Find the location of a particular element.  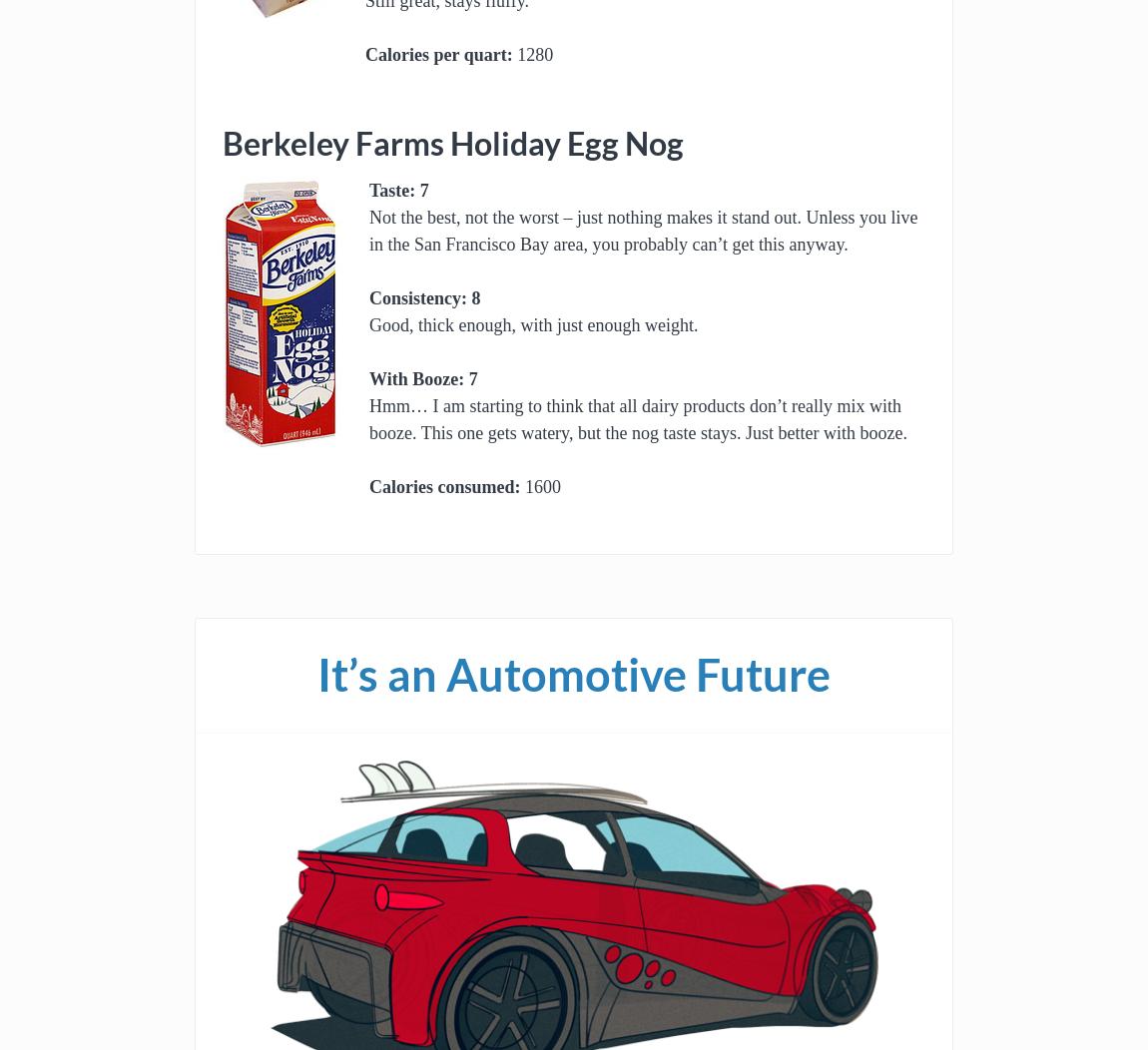

'With Booze: 7' is located at coordinates (423, 378).